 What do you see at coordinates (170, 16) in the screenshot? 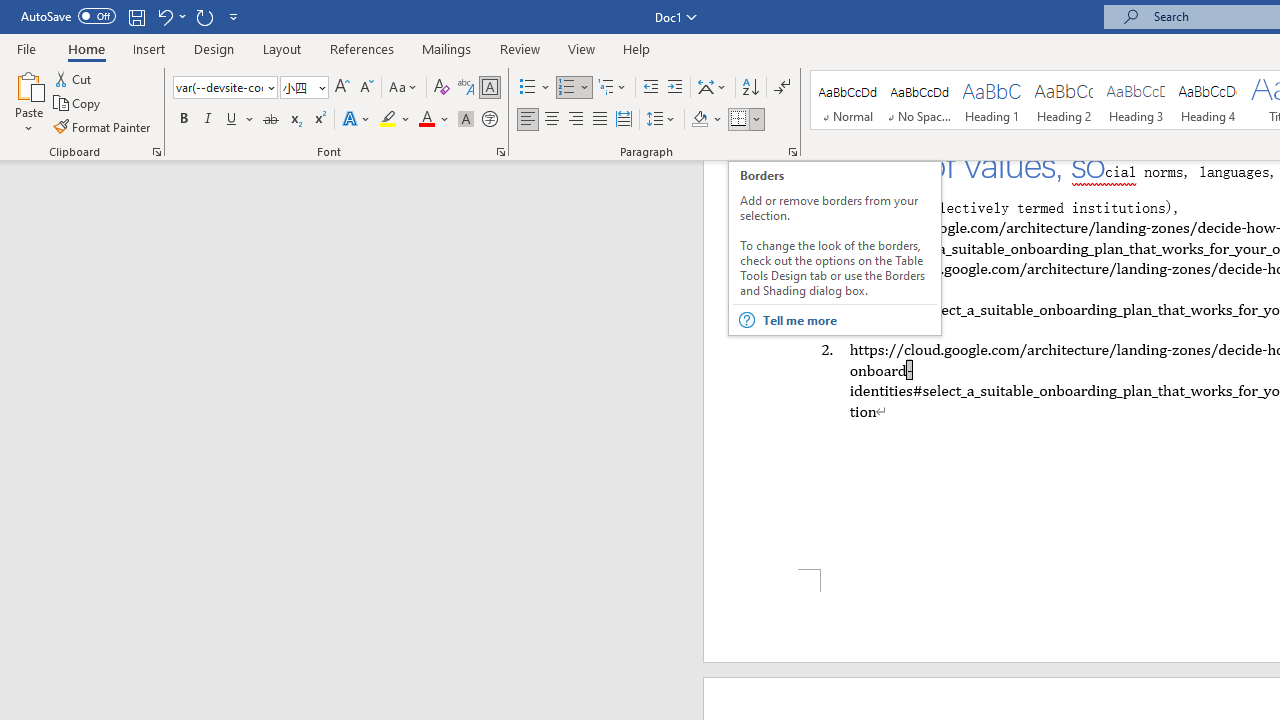
I see `'Undo Border Bottom'` at bounding box center [170, 16].